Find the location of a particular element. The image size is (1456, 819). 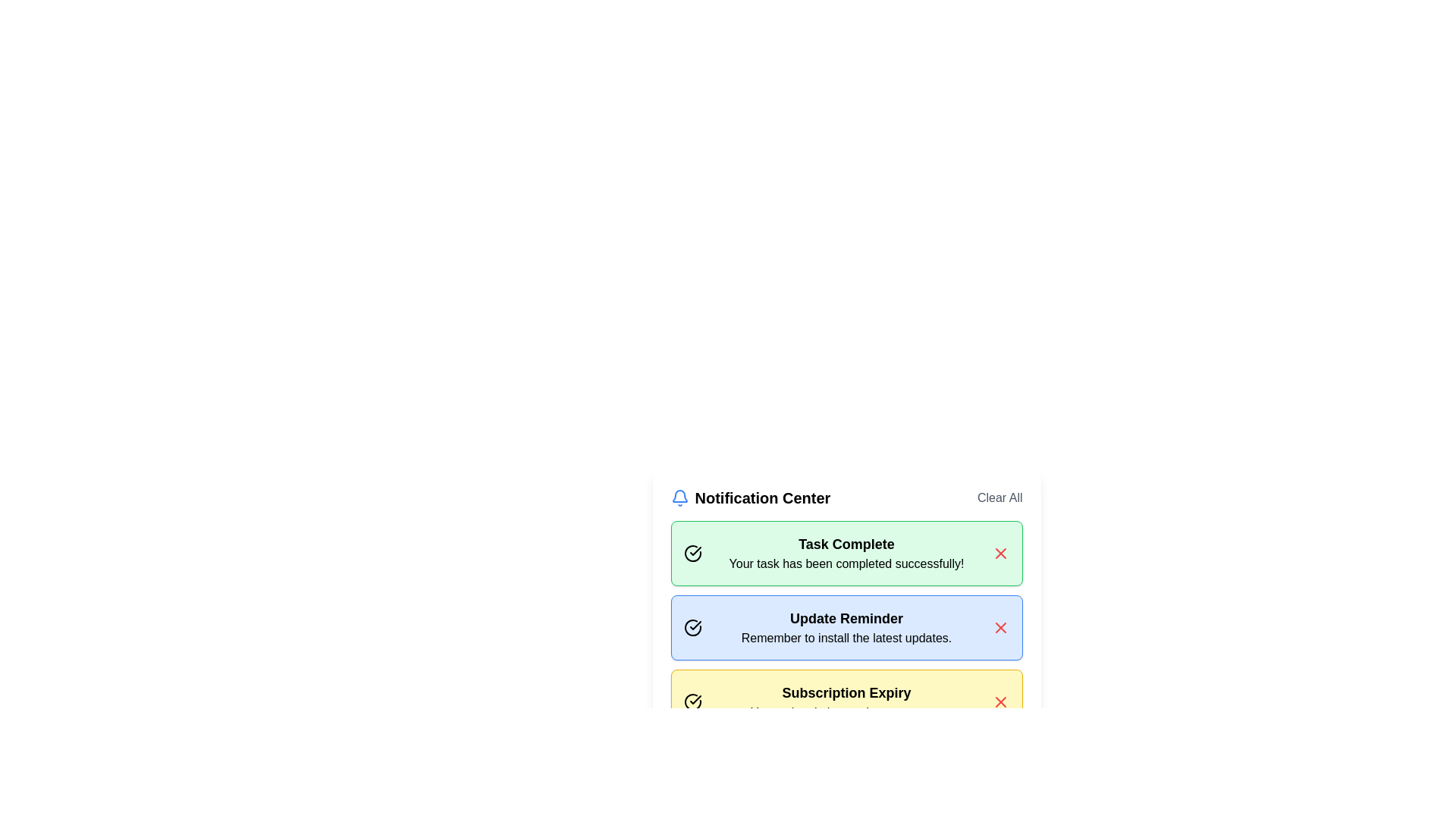

and comprehend the message displayed in the text block that informs the user about the expiration of their subscription, located near the lower part of the notifications panel is located at coordinates (846, 701).